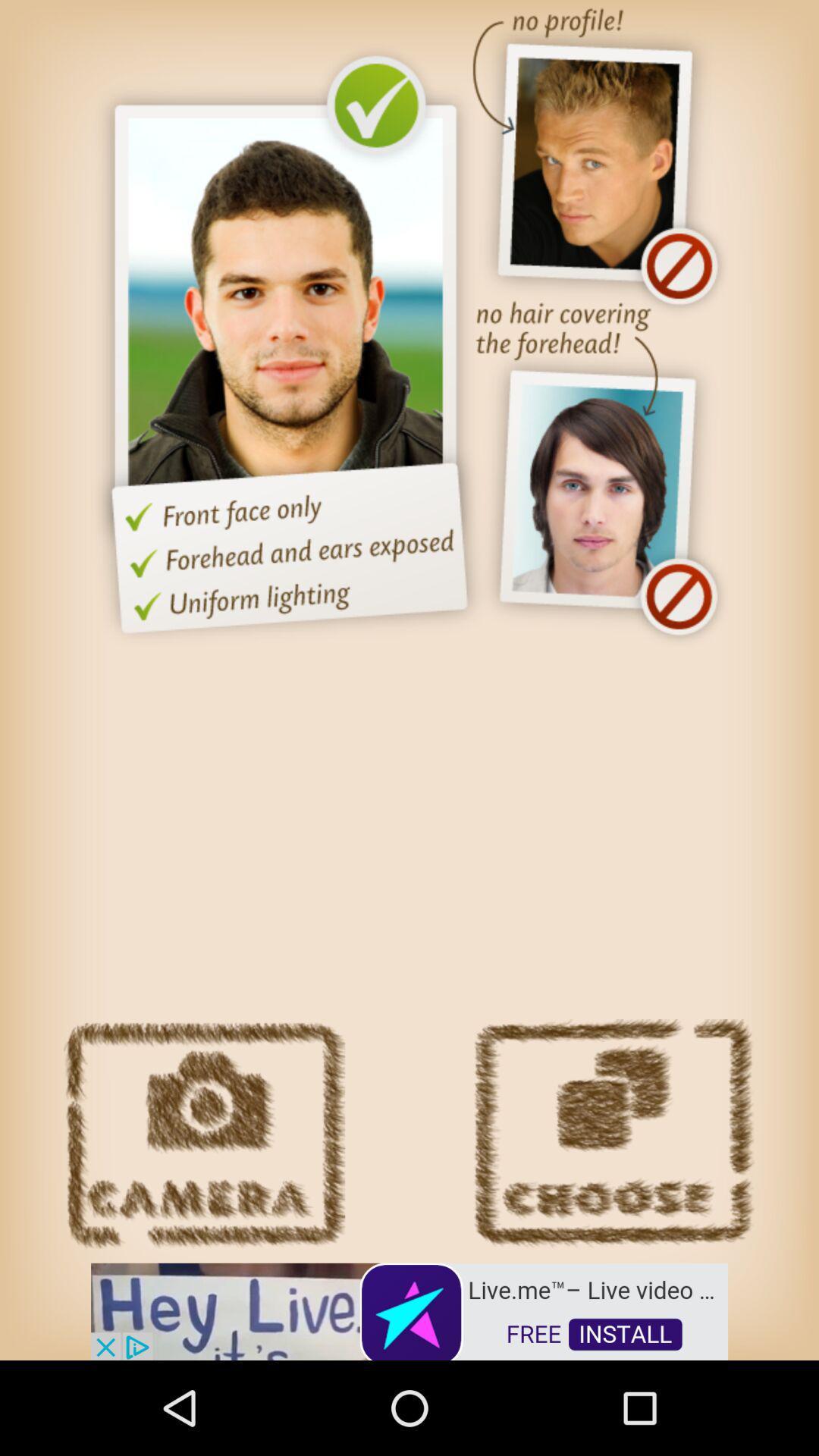 The height and width of the screenshot is (1456, 819). What do you see at coordinates (203, 1134) in the screenshot?
I see `access camera` at bounding box center [203, 1134].